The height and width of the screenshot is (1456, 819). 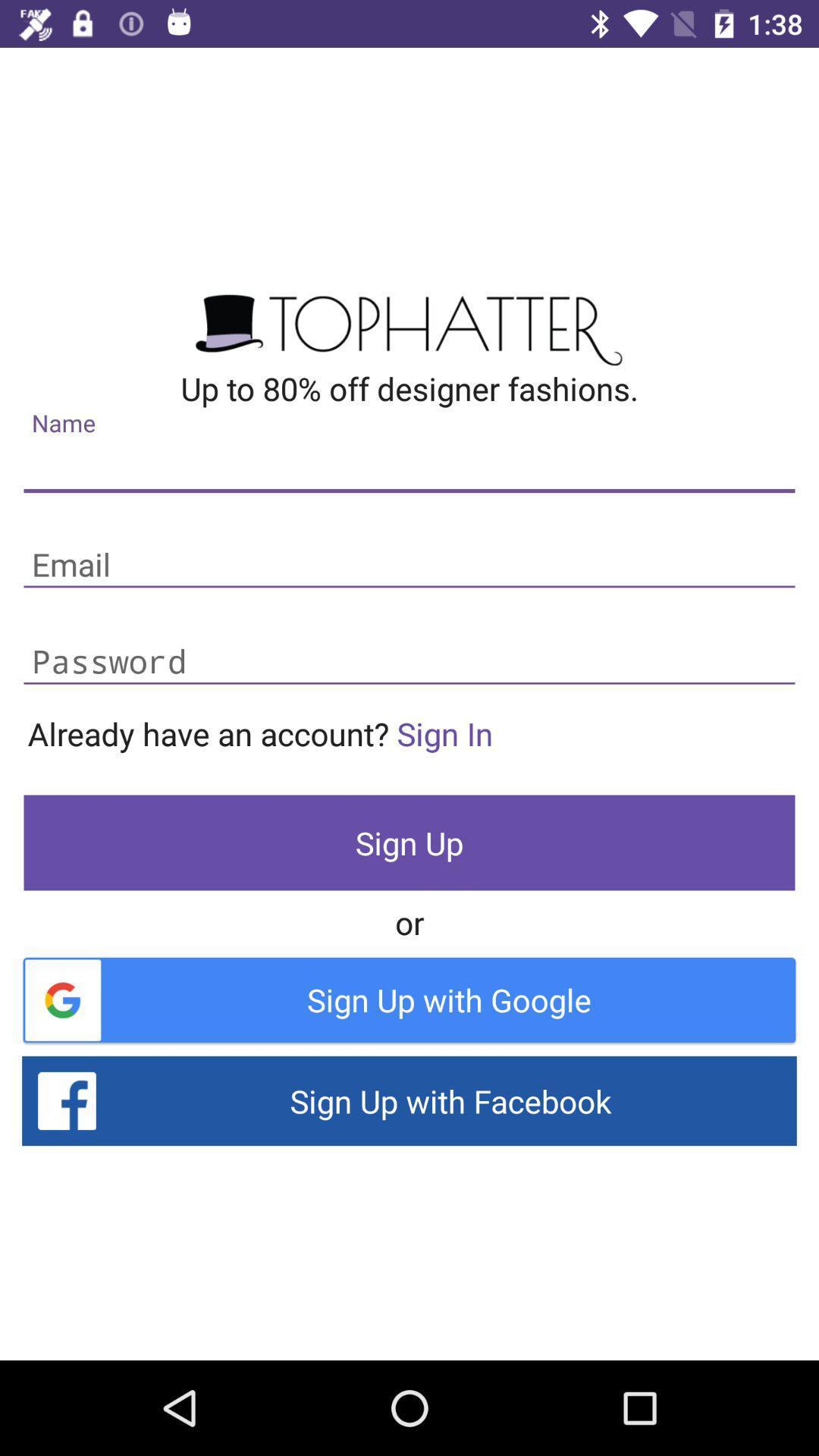 I want to click on your email, so click(x=409, y=565).